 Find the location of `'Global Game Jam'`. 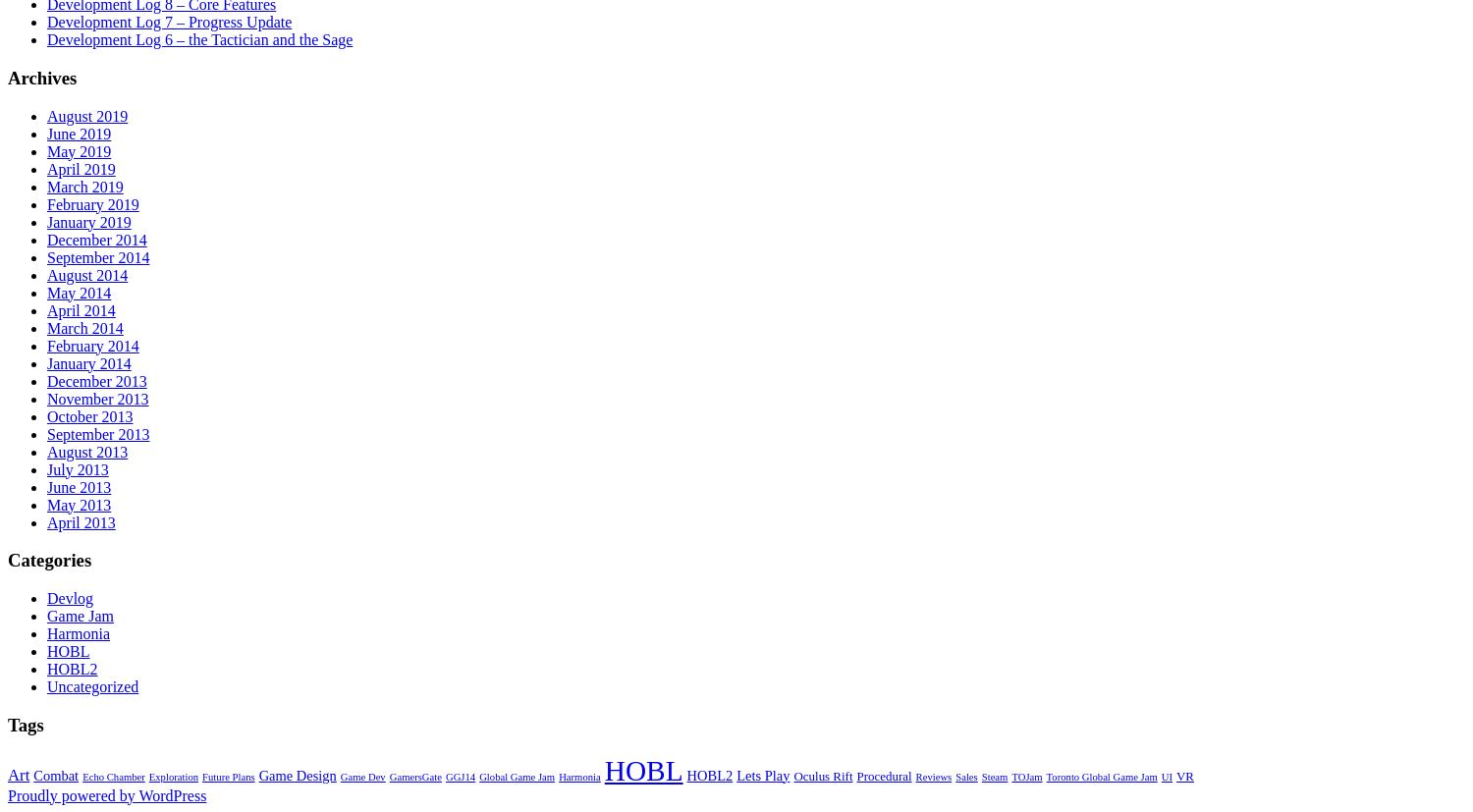

'Global Game Jam' is located at coordinates (517, 776).